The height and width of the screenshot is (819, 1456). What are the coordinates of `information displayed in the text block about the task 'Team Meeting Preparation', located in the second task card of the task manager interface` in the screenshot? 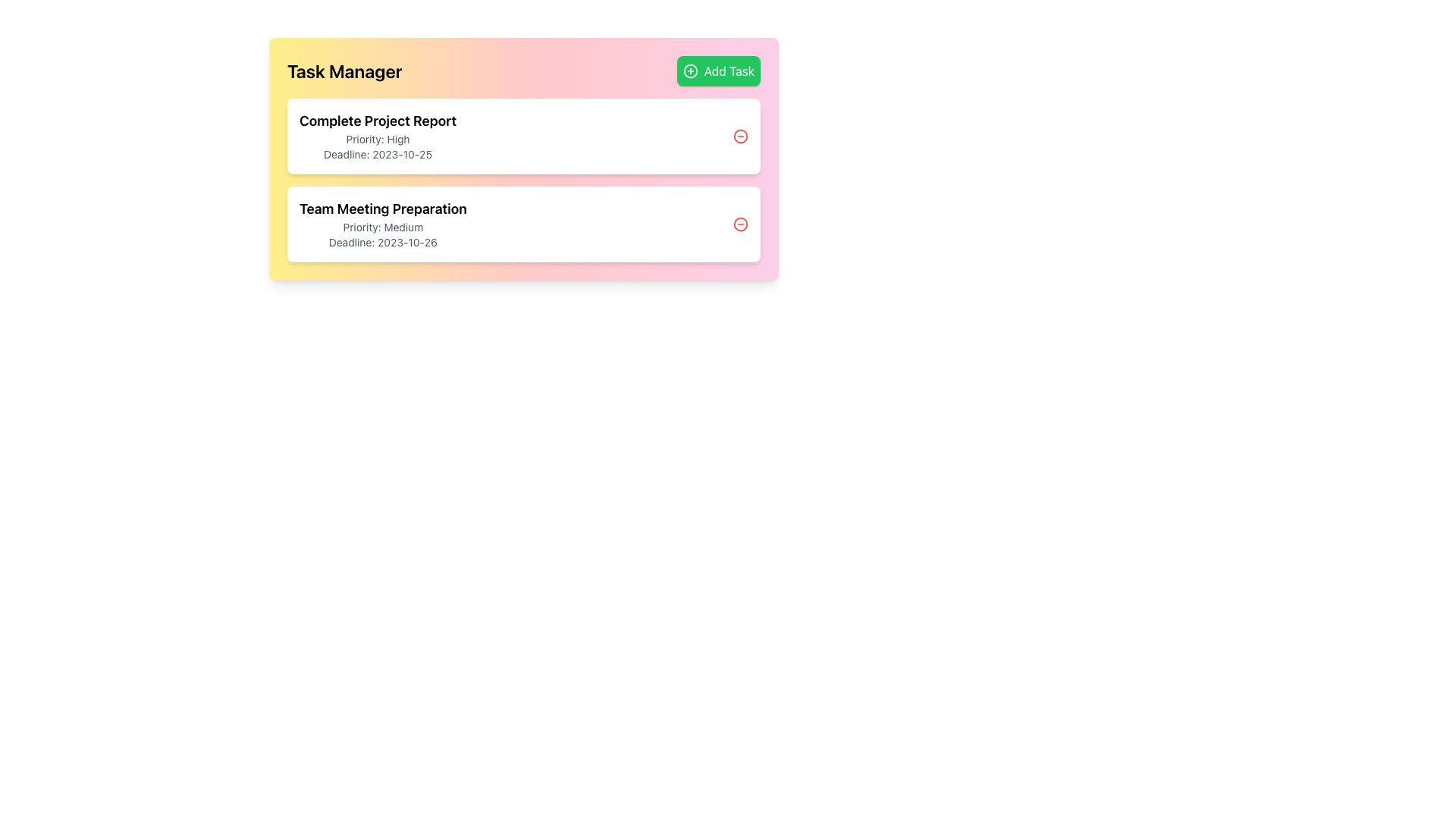 It's located at (383, 224).